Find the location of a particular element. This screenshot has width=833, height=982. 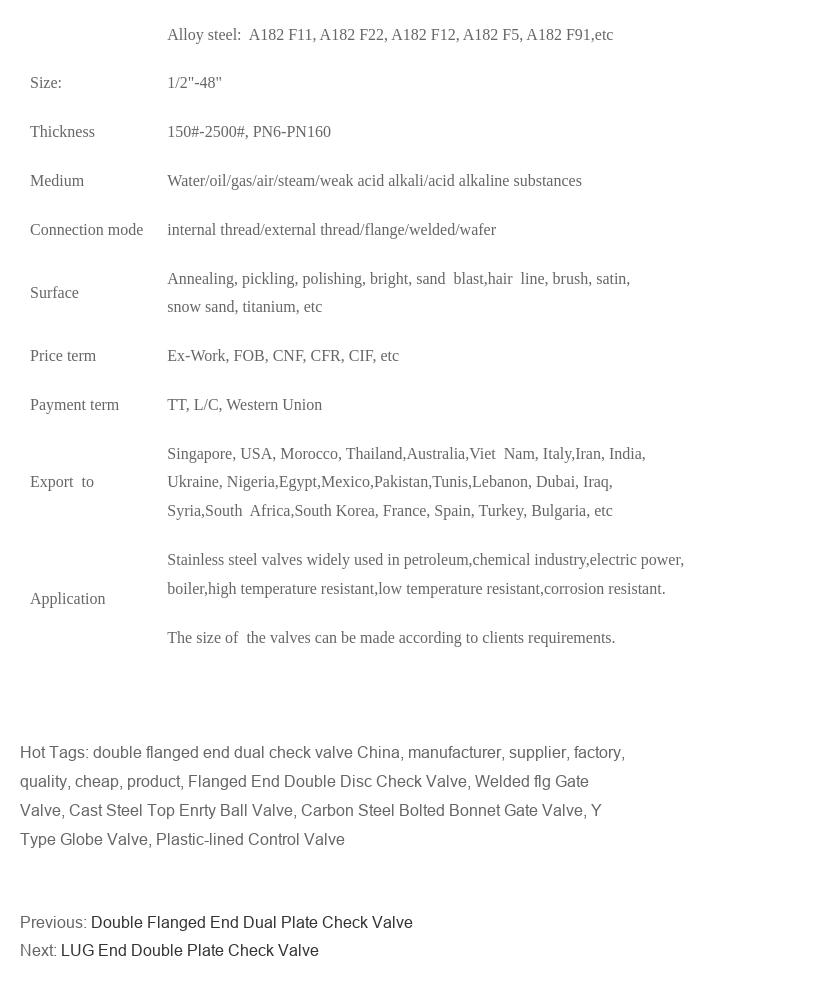

'Flanged End Double Disc Check Valve' is located at coordinates (326, 781).